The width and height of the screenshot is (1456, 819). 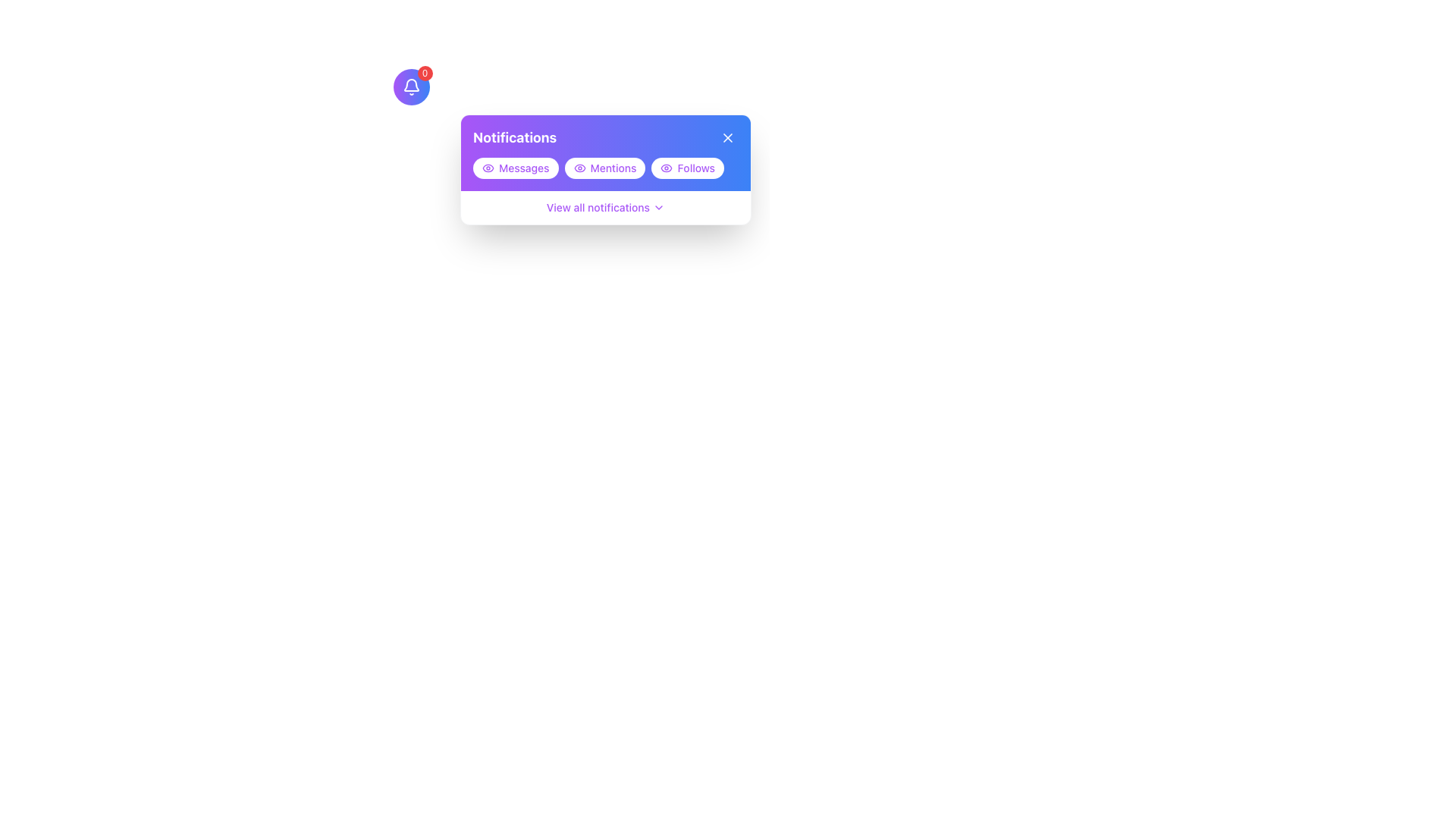 I want to click on the circular red notification badge displaying '0' located at the top-right corner of the notification bell icon, so click(x=425, y=73).